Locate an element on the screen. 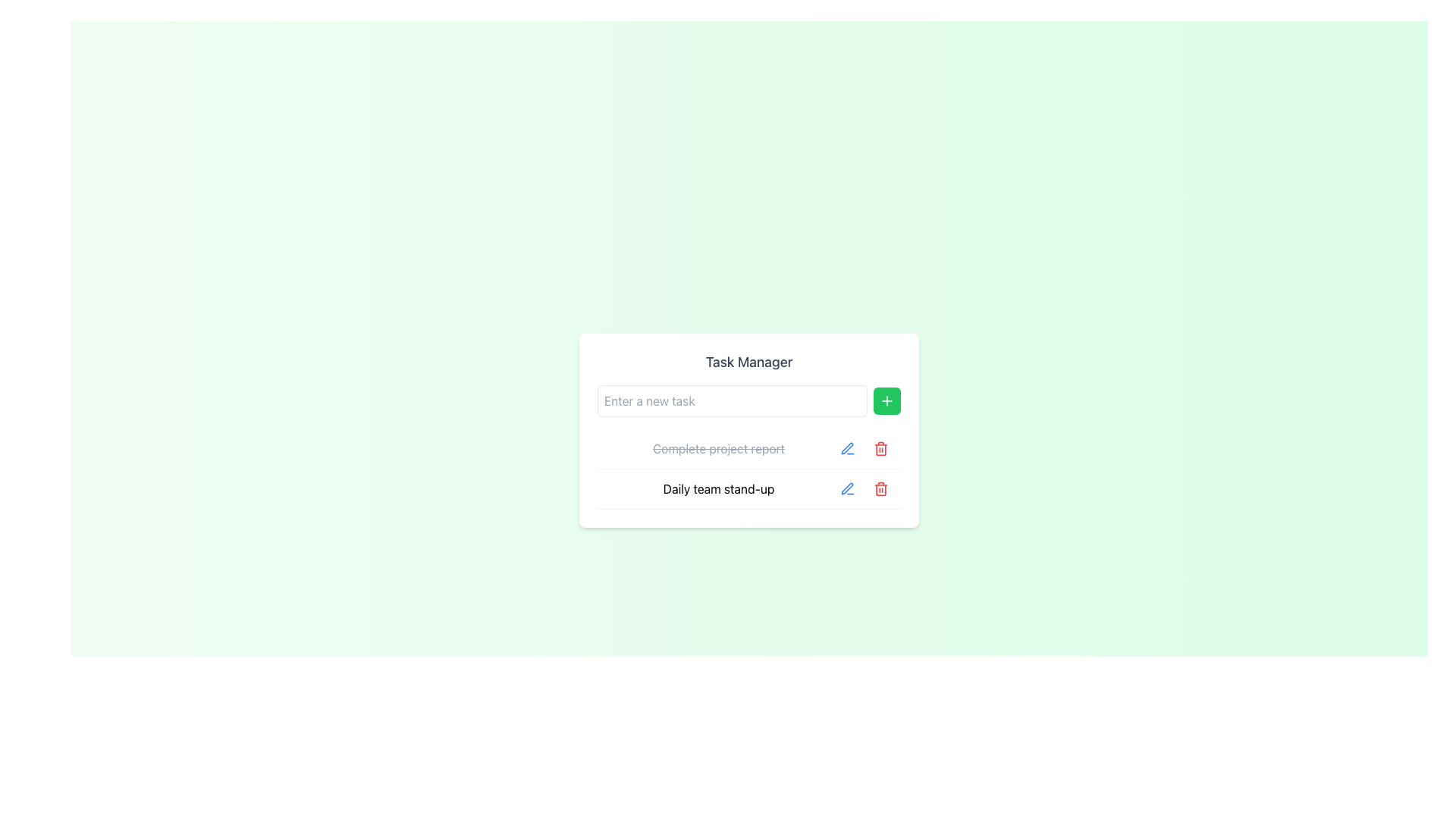  the trash bin icon button, which is outlined in red and located next to the 'Daily team stand-up.' task in the second row of the task list is located at coordinates (880, 488).